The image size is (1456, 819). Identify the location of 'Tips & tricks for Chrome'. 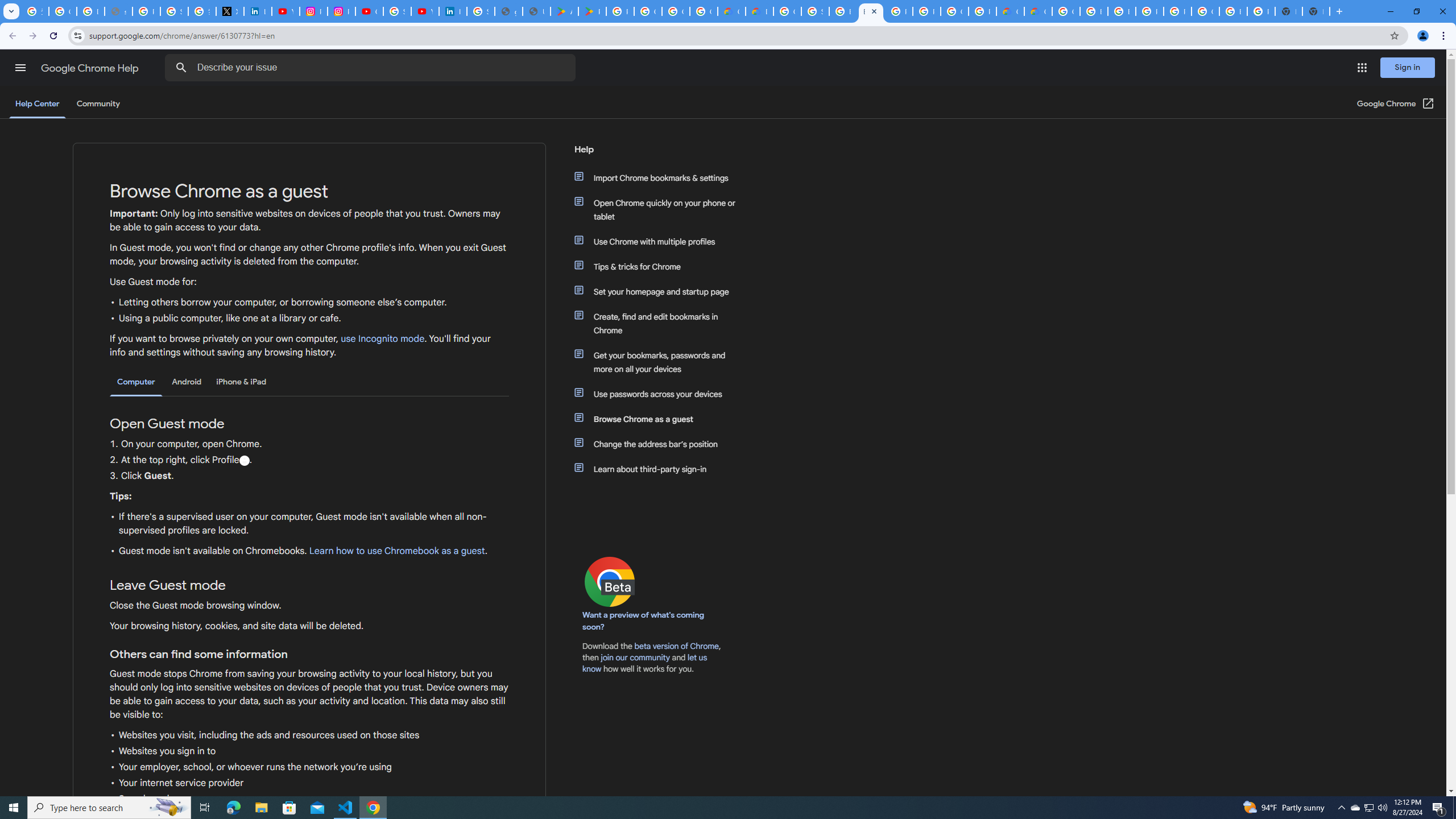
(661, 266).